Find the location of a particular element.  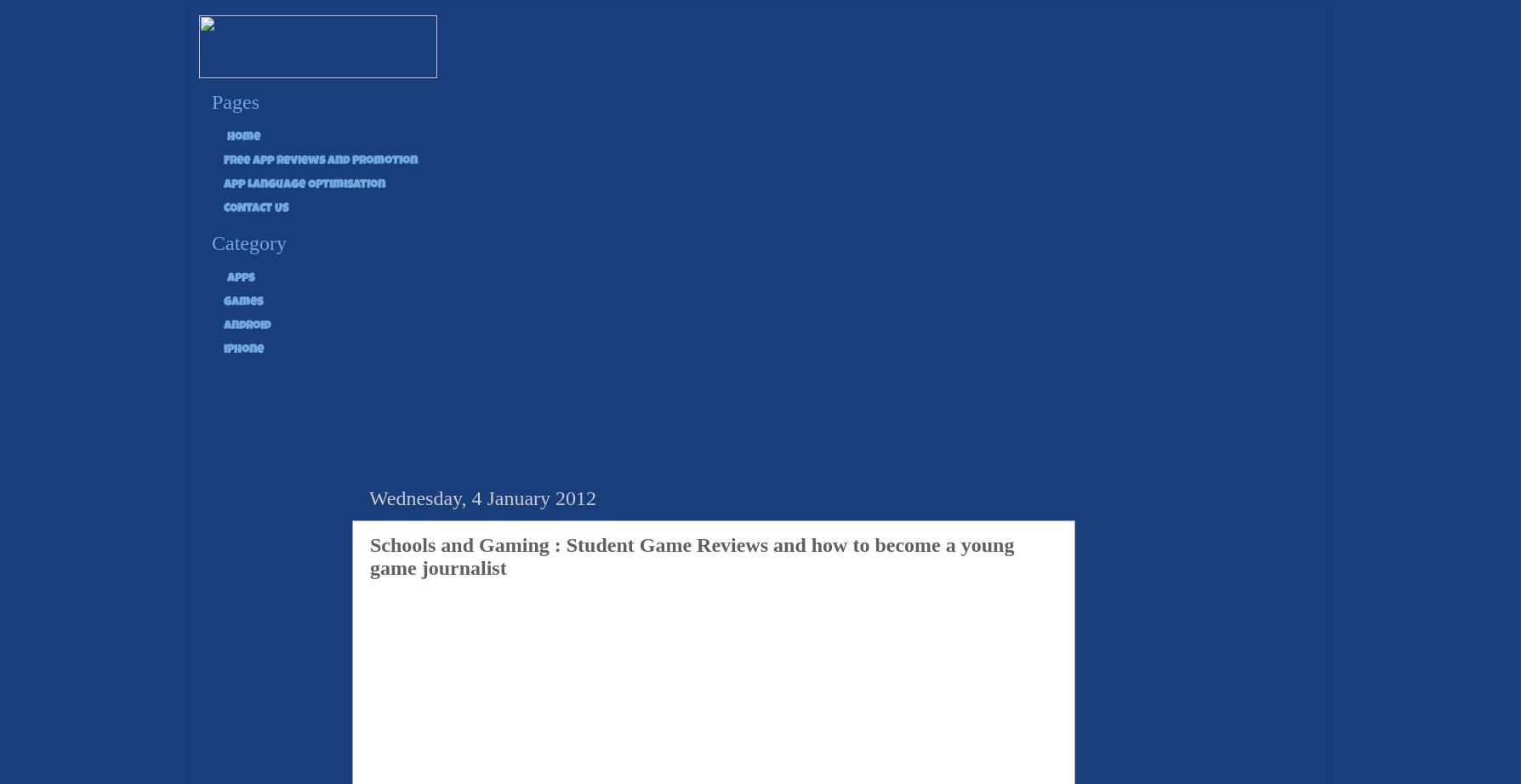

'iPhone' is located at coordinates (242, 349).